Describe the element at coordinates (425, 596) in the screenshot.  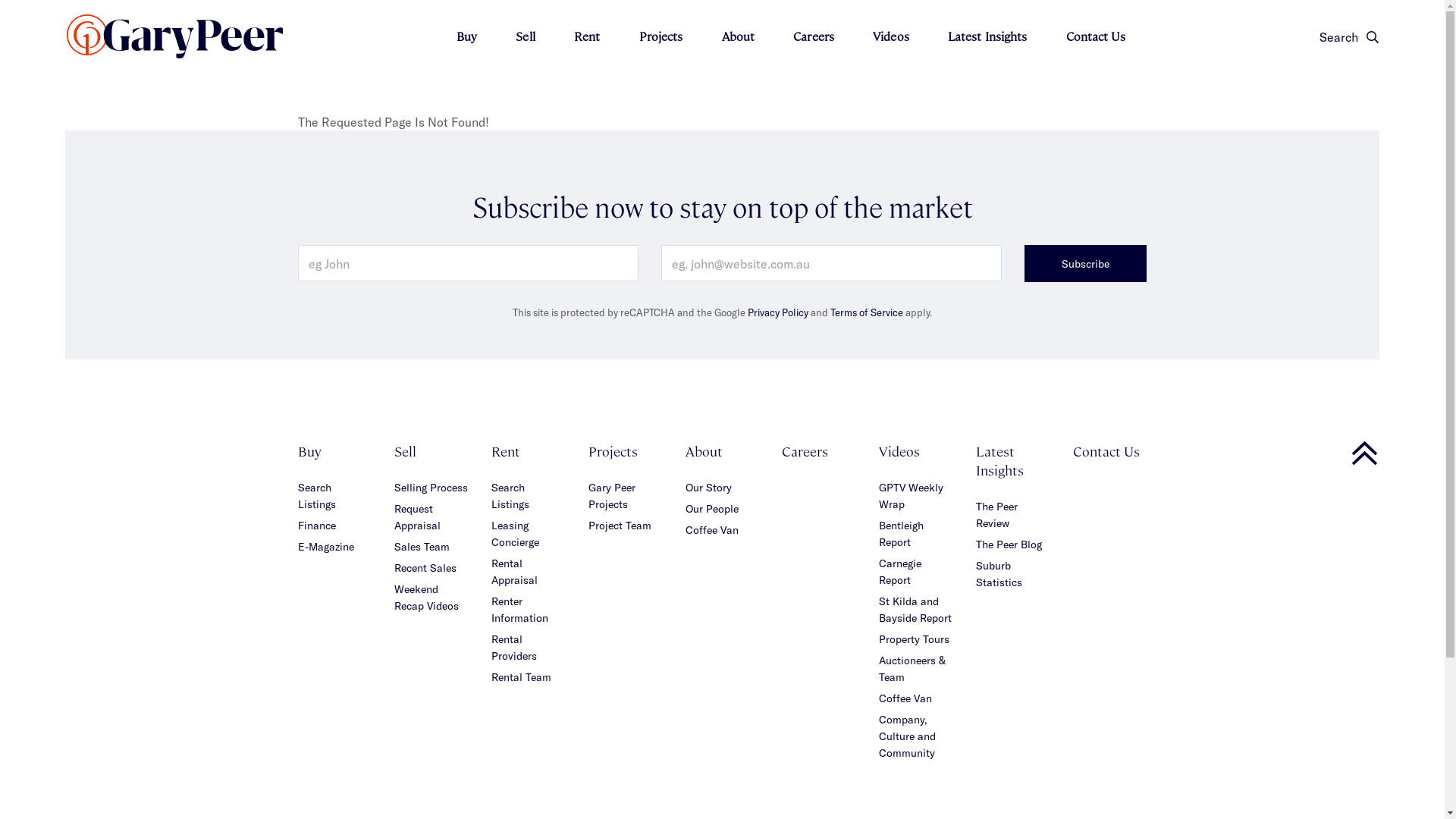
I see `'Weekend Recap Videos'` at that location.